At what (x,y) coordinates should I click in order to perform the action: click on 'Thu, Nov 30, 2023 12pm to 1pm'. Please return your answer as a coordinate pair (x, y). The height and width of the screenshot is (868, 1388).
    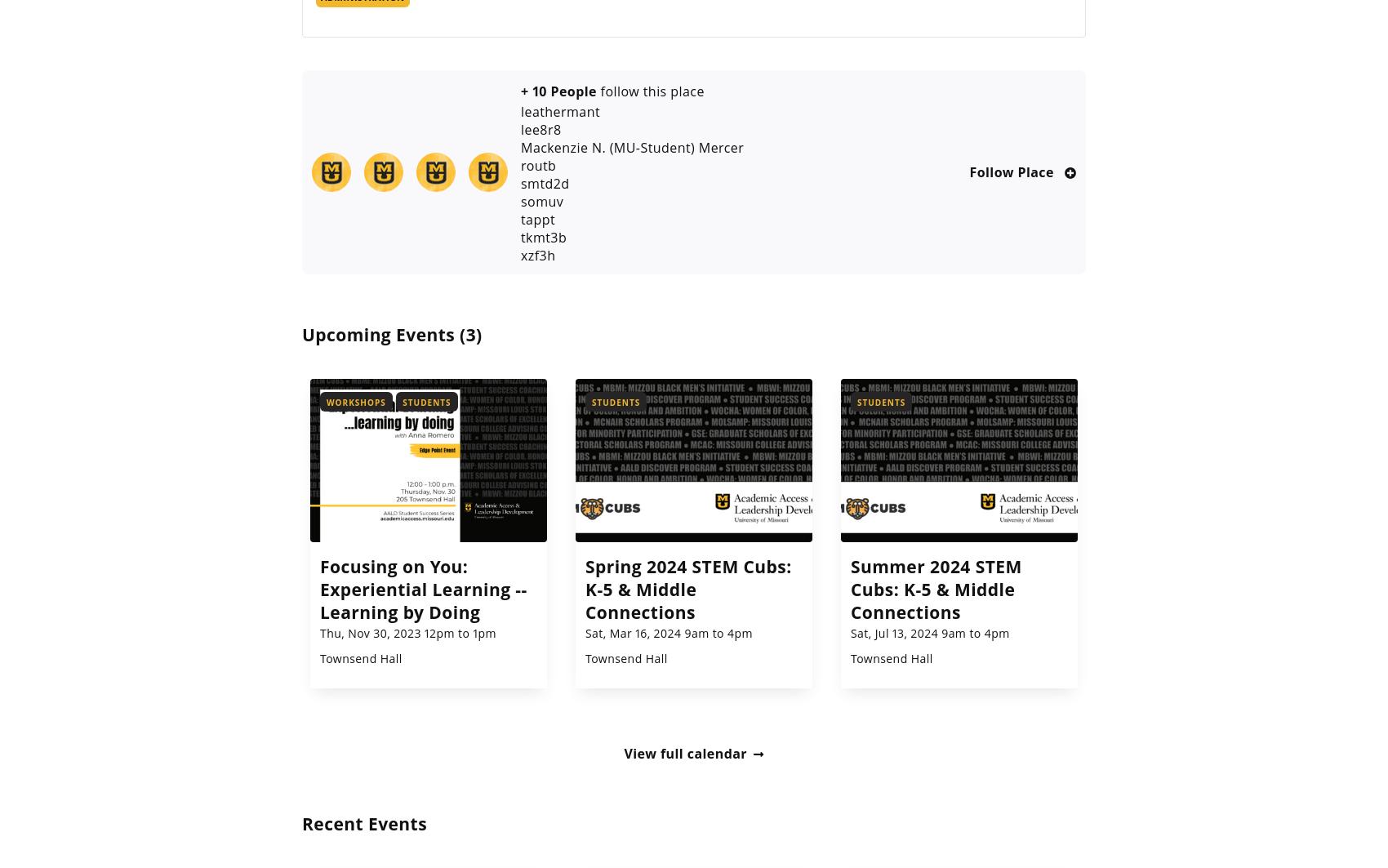
    Looking at the image, I should click on (407, 631).